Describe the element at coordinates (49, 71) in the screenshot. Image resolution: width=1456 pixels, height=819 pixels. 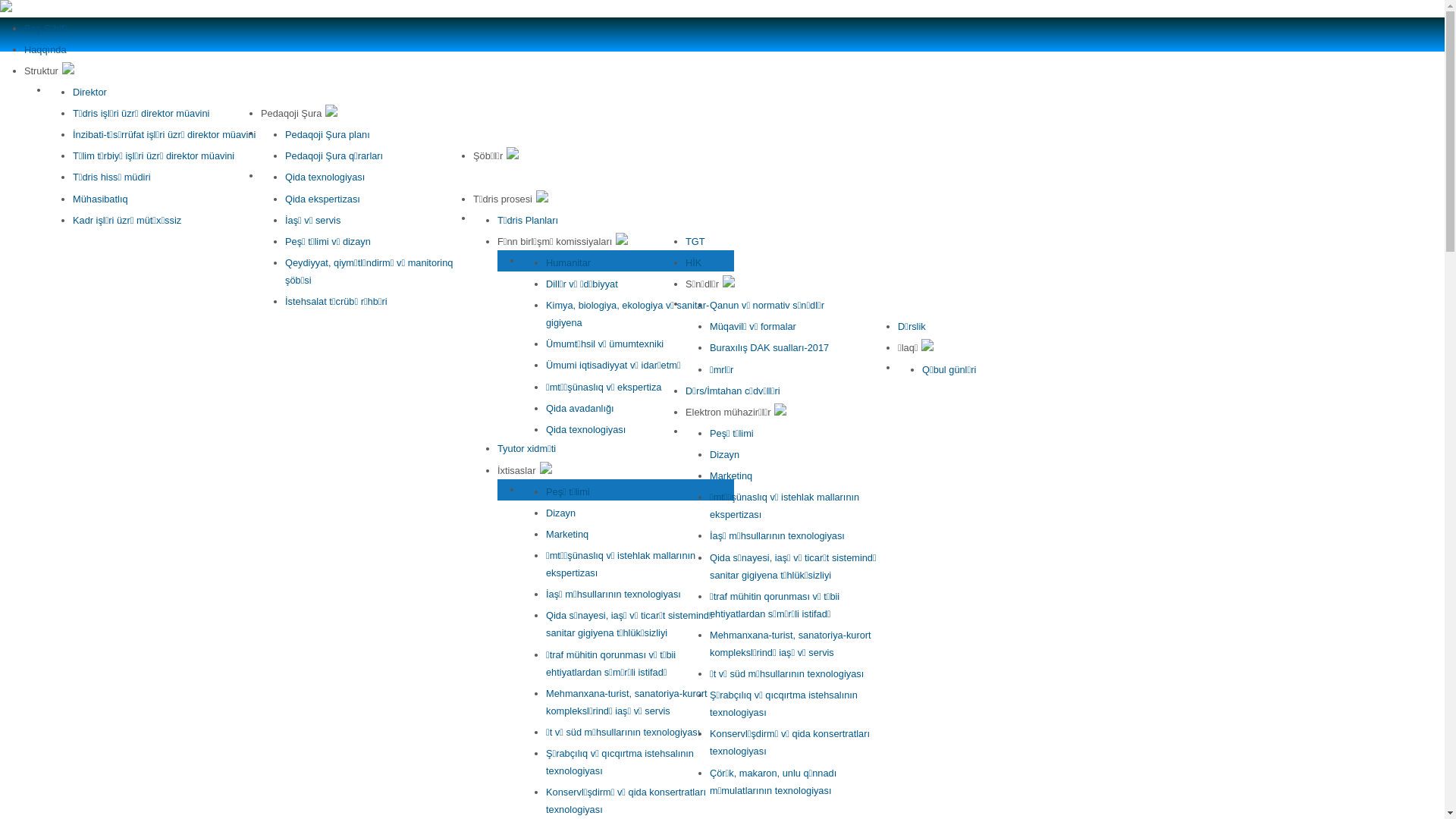
I see `'Struktur'` at that location.